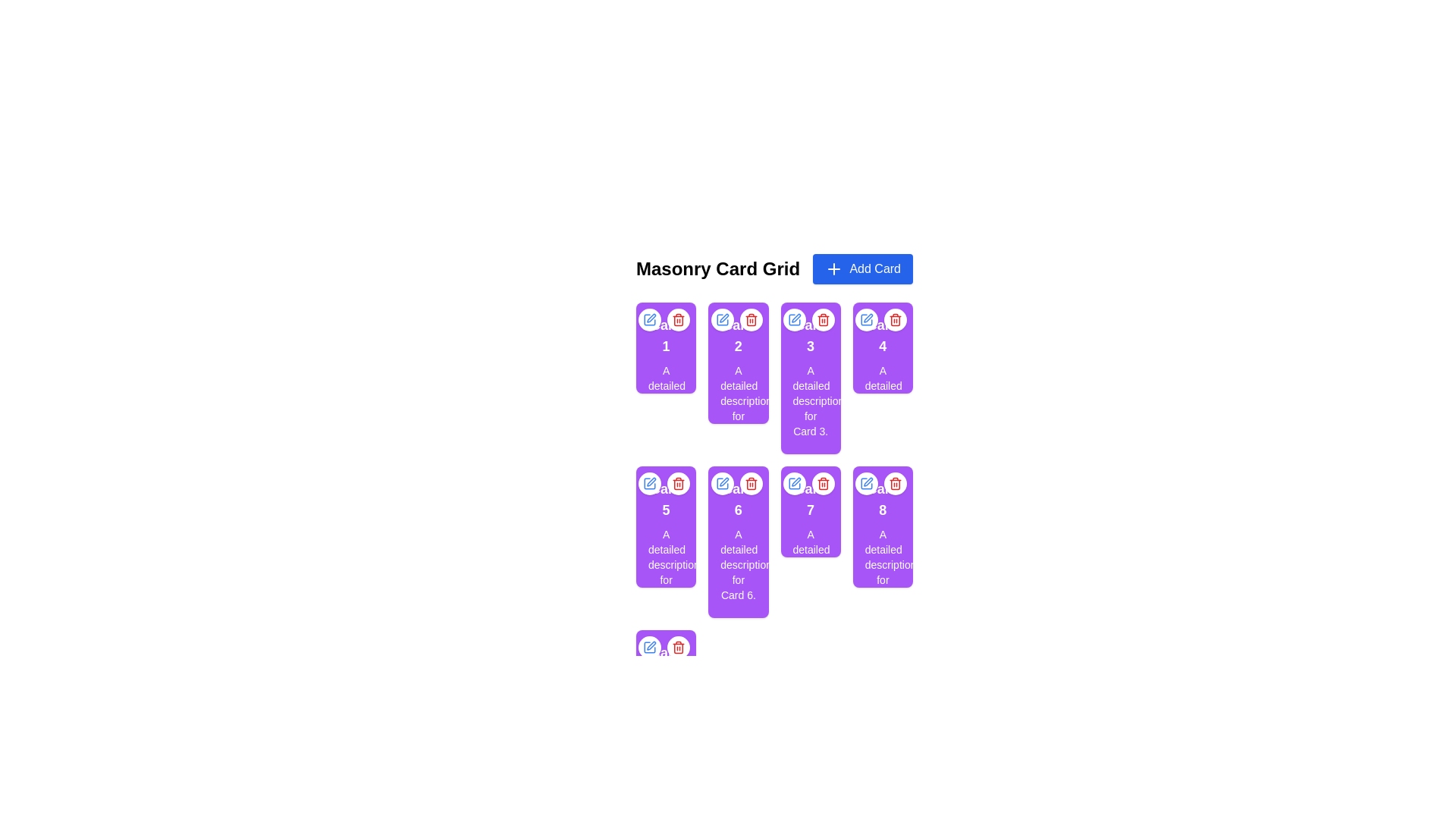 This screenshot has height=819, width=1456. What do you see at coordinates (895, 483) in the screenshot?
I see `the circular delete button with a red trashcan icon located at the top-right corner of the card` at bounding box center [895, 483].